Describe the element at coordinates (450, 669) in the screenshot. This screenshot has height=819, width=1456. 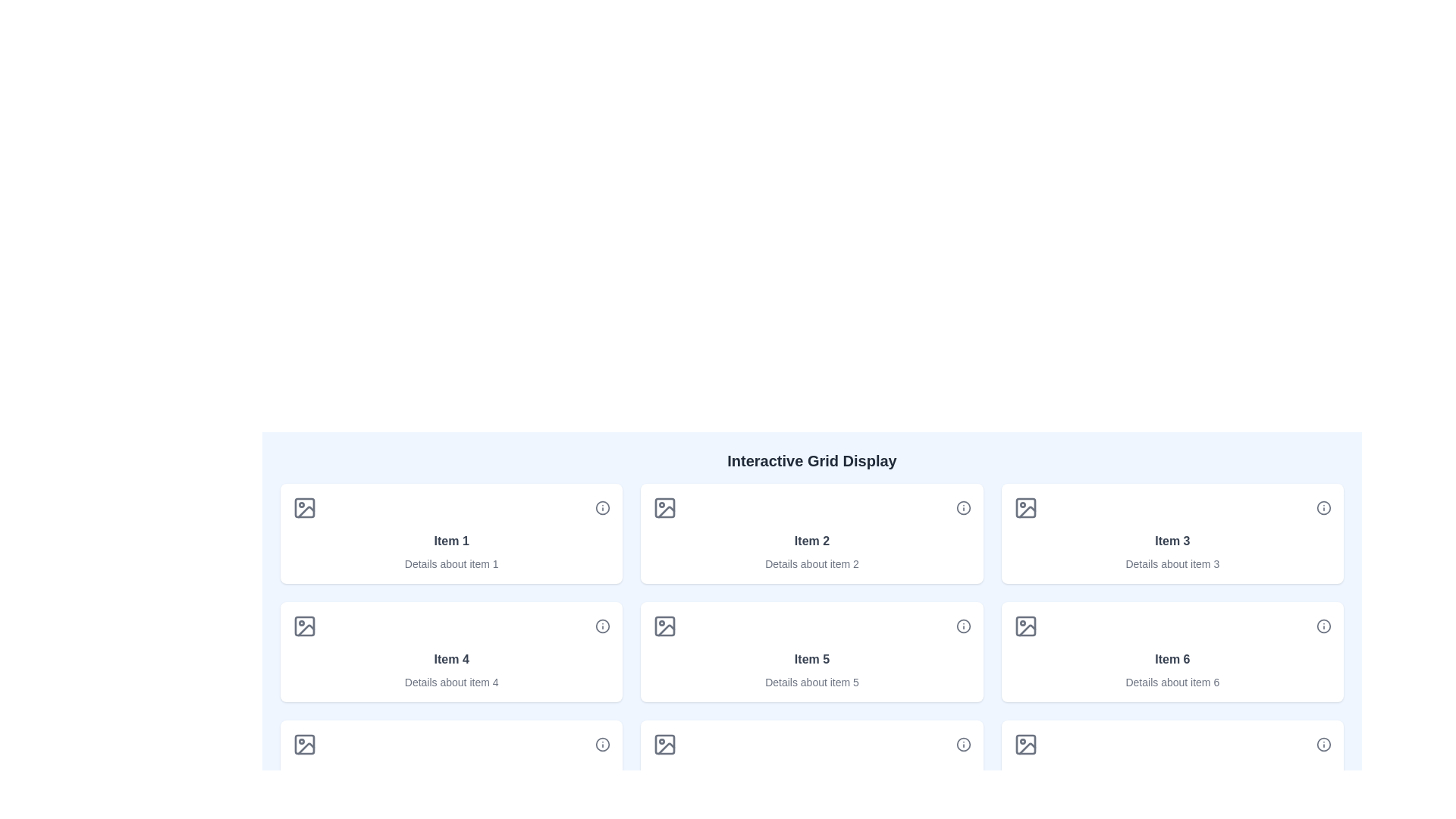
I see `displayed text from the Text display module located in the second row and first column of the grid layout` at that location.